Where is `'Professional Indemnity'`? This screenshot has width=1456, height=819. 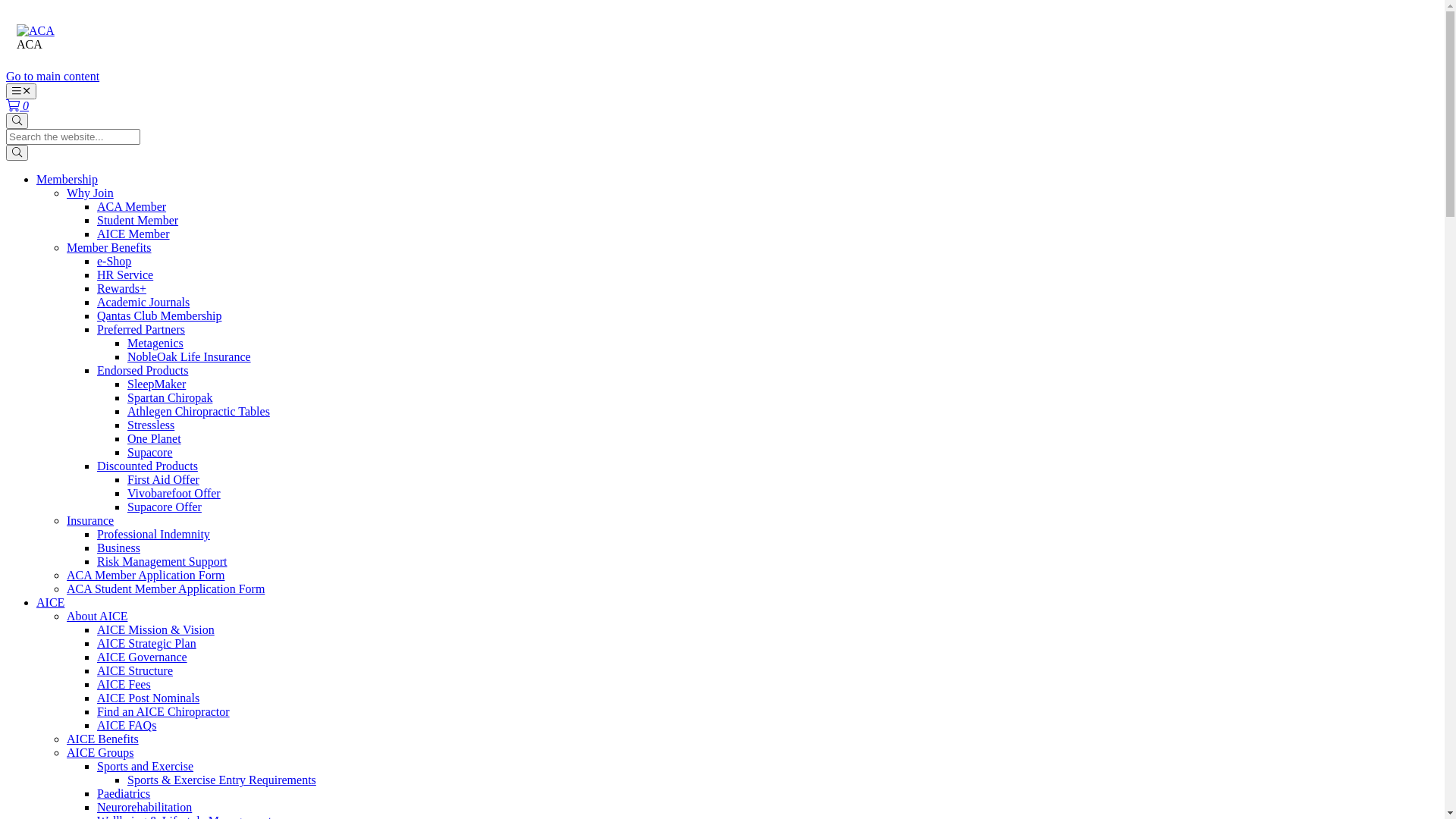
'Professional Indemnity' is located at coordinates (96, 533).